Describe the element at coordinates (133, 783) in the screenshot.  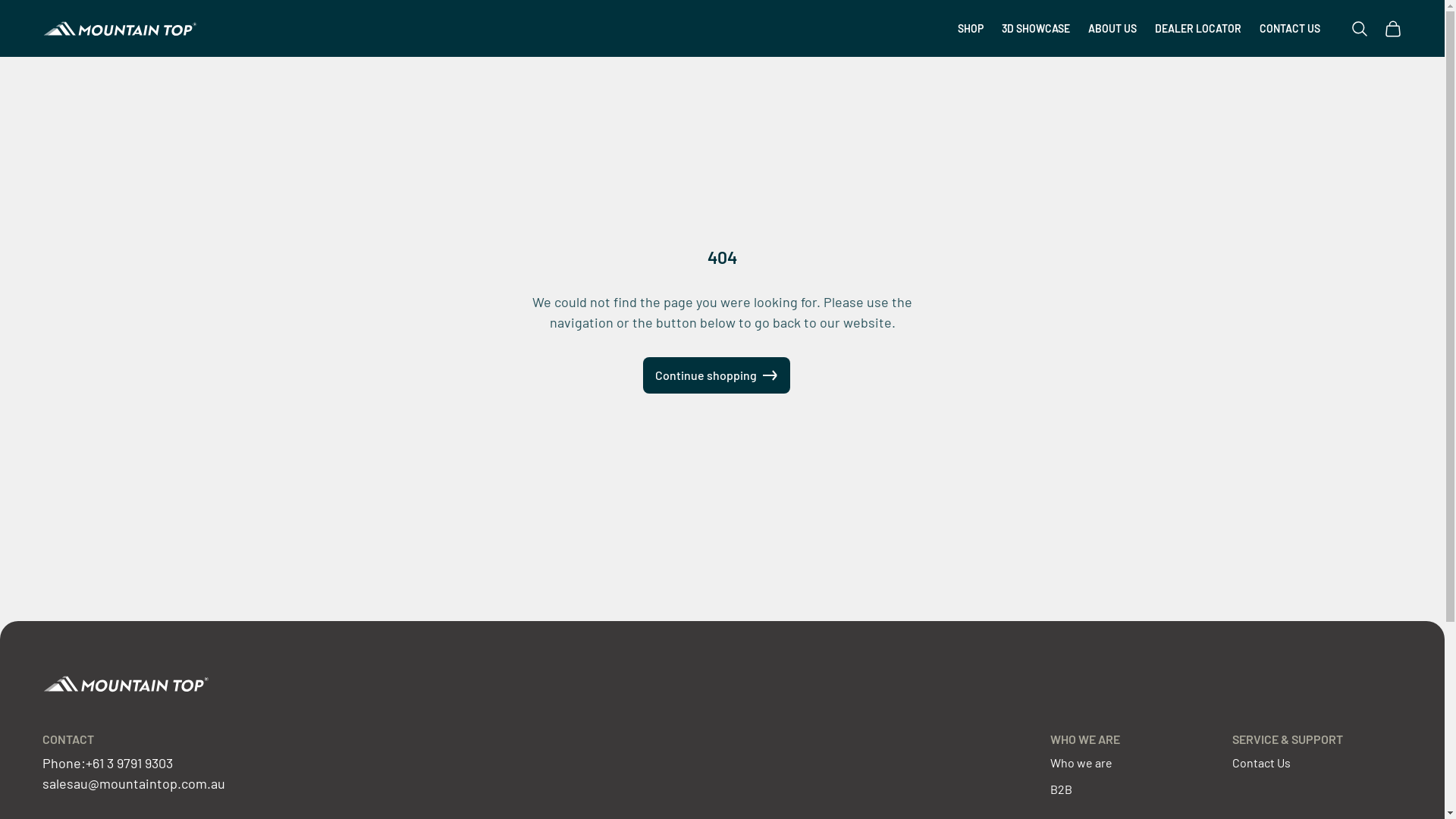
I see `'salesau@mountaintop.com.au'` at that location.